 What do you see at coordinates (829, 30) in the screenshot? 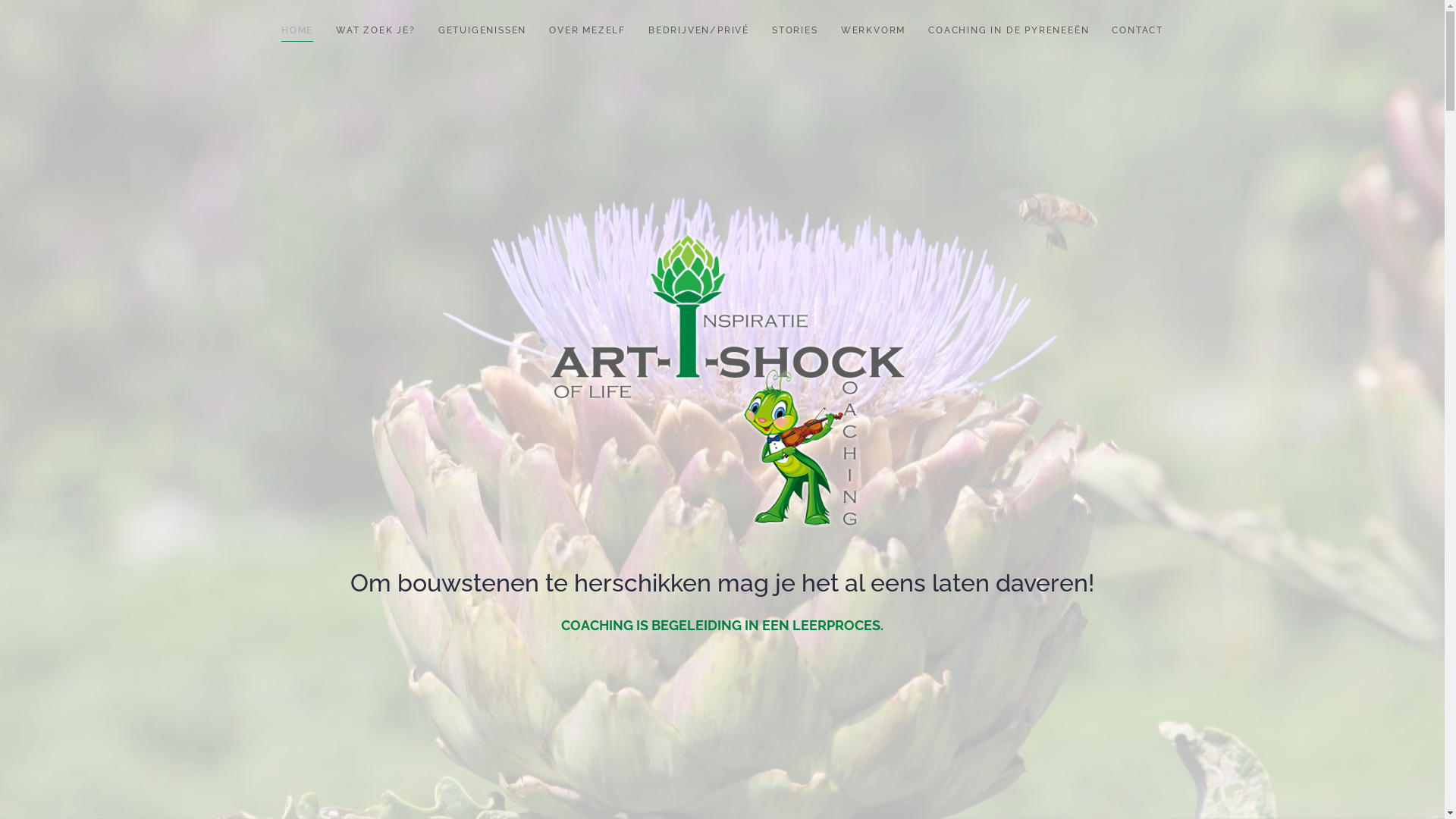
I see `'WERKVORM'` at bounding box center [829, 30].